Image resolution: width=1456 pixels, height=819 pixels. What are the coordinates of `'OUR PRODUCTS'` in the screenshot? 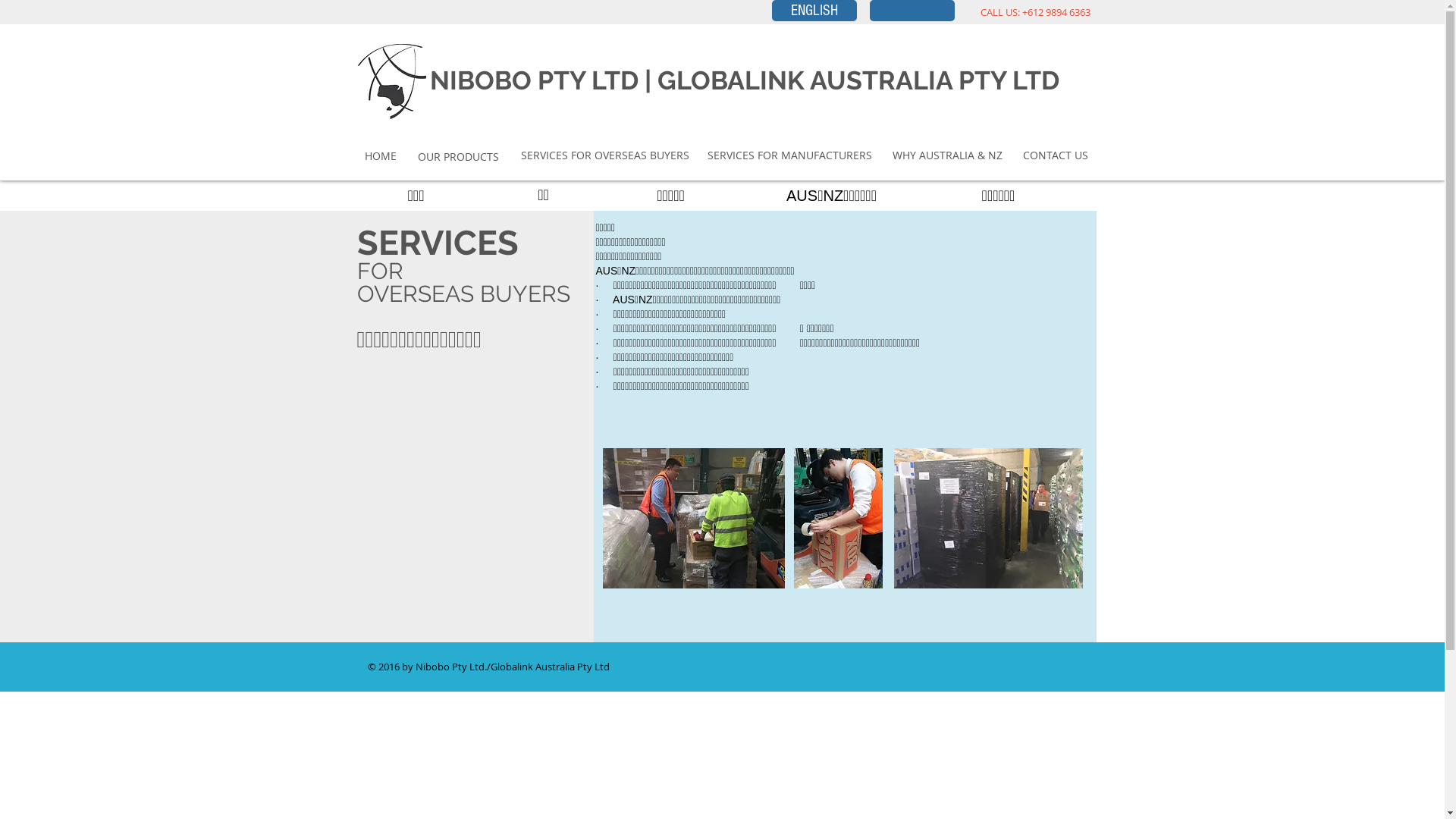 It's located at (457, 157).